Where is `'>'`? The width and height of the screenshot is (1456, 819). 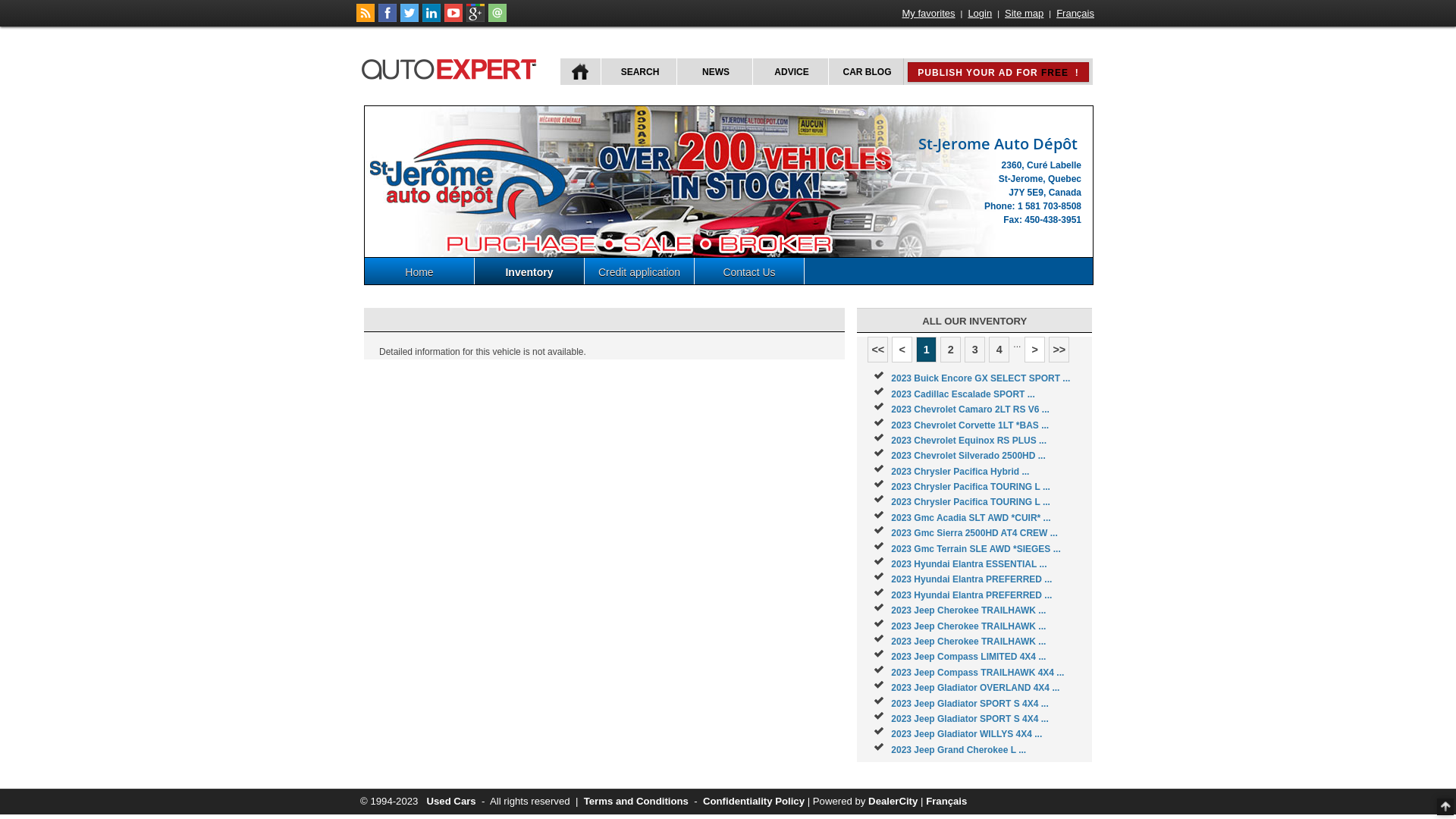
'>' is located at coordinates (1034, 350).